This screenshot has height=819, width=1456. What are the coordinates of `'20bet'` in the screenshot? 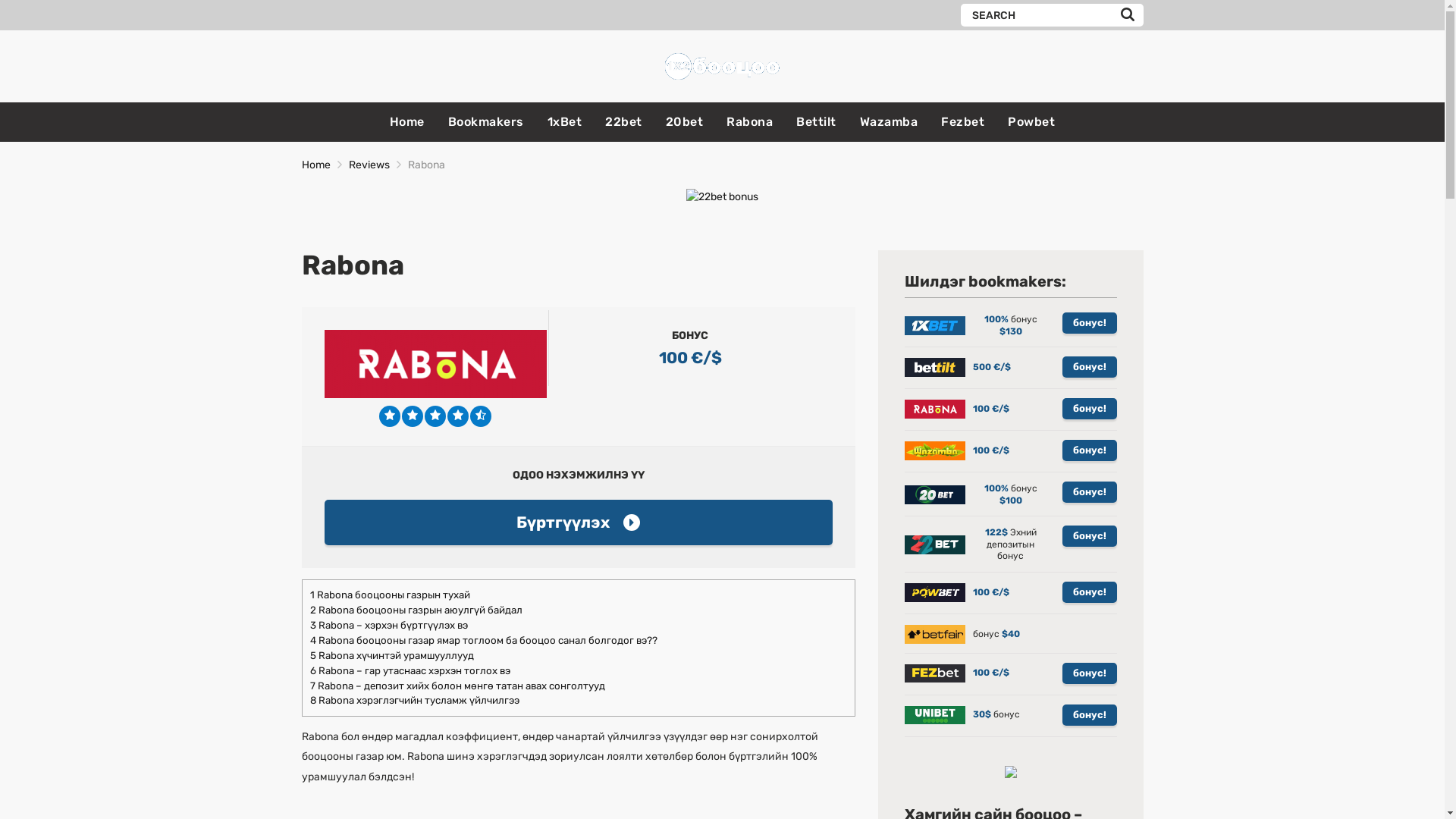 It's located at (683, 121).